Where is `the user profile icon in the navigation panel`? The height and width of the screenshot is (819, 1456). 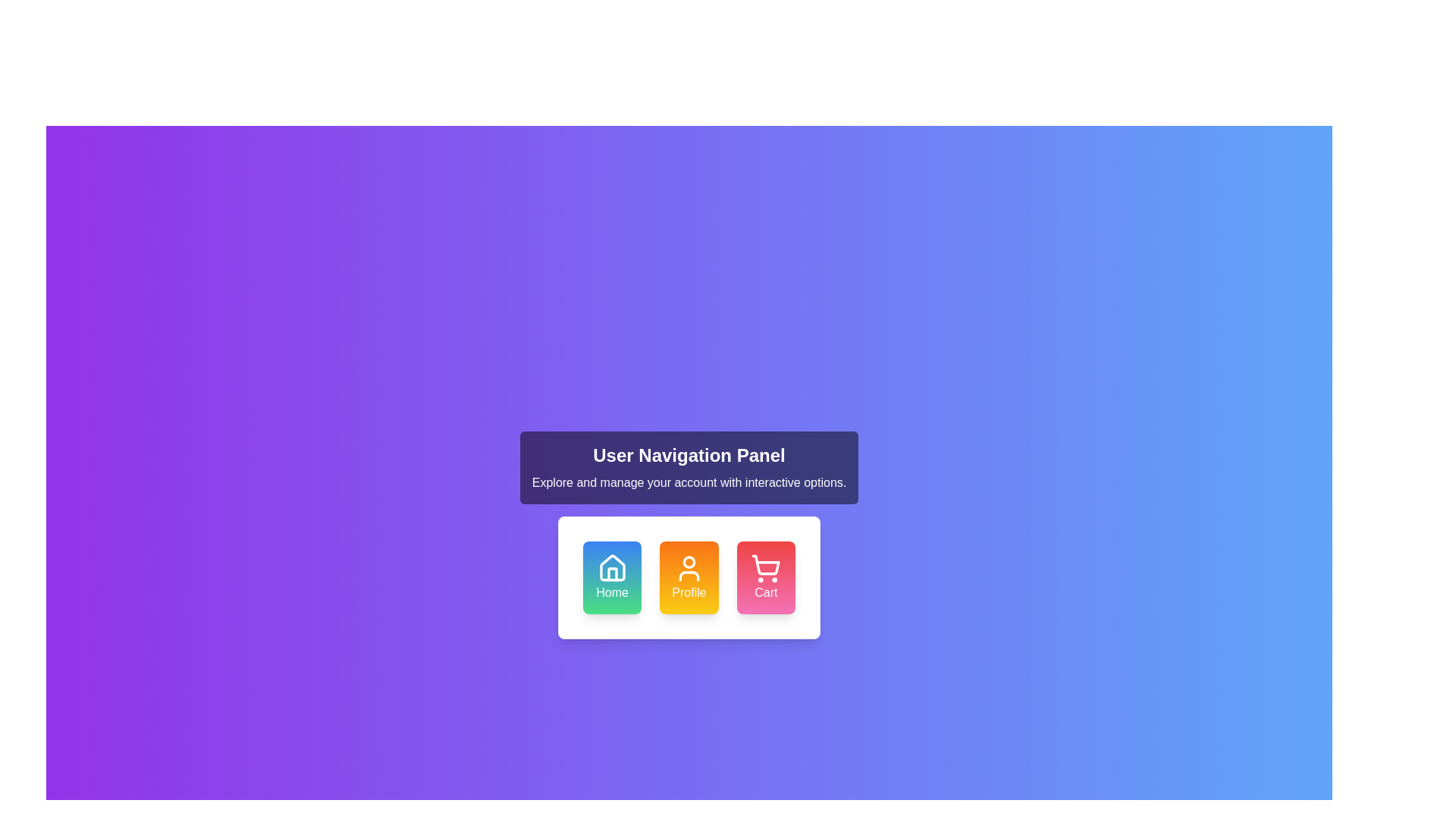
the user profile icon in the navigation panel is located at coordinates (688, 562).